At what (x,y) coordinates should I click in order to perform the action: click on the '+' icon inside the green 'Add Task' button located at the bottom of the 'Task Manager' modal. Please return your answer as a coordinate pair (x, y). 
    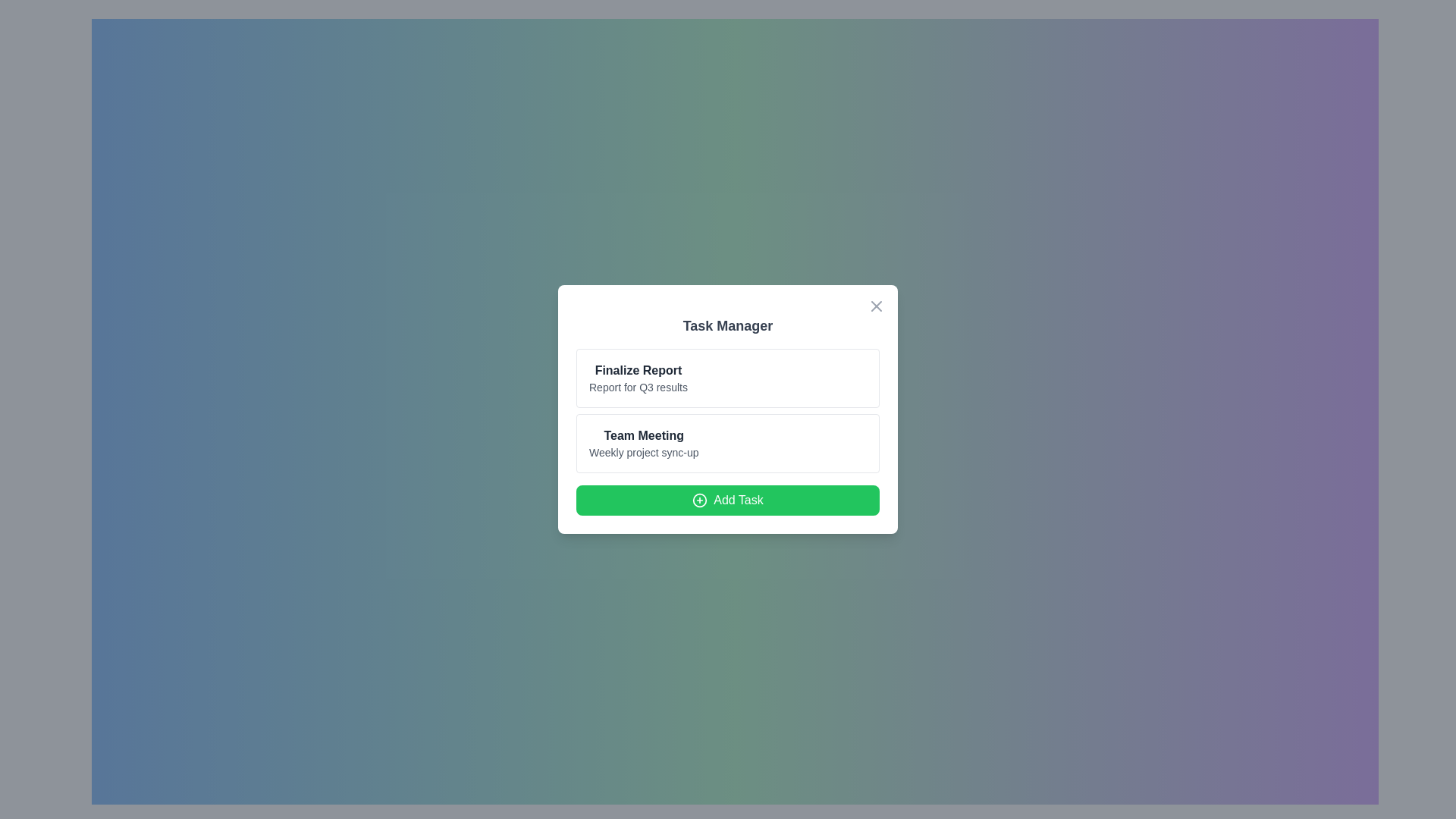
    Looking at the image, I should click on (699, 500).